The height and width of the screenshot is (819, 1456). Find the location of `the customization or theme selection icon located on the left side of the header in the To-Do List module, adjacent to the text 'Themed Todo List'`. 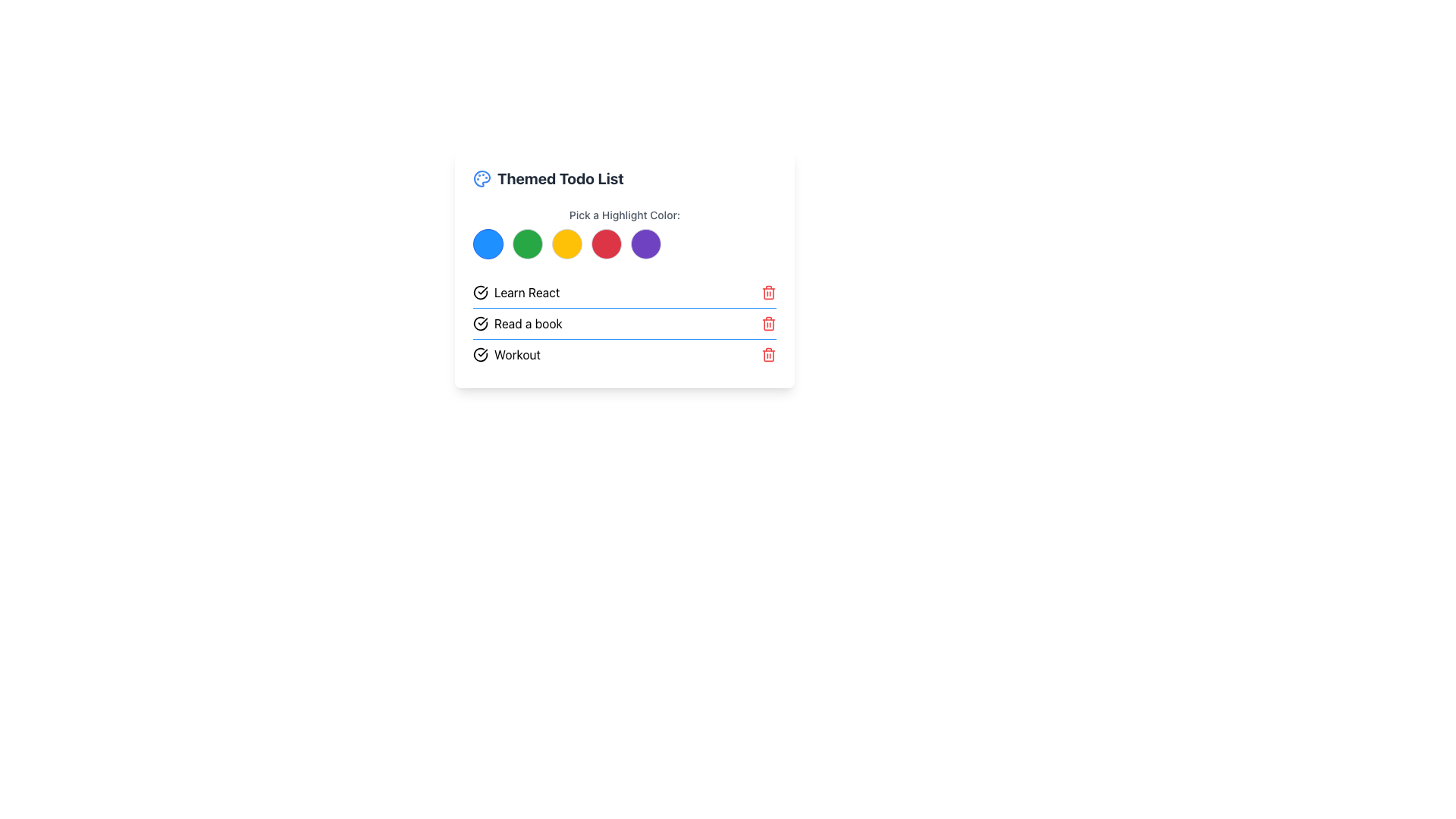

the customization or theme selection icon located on the left side of the header in the To-Do List module, adjacent to the text 'Themed Todo List' is located at coordinates (481, 177).